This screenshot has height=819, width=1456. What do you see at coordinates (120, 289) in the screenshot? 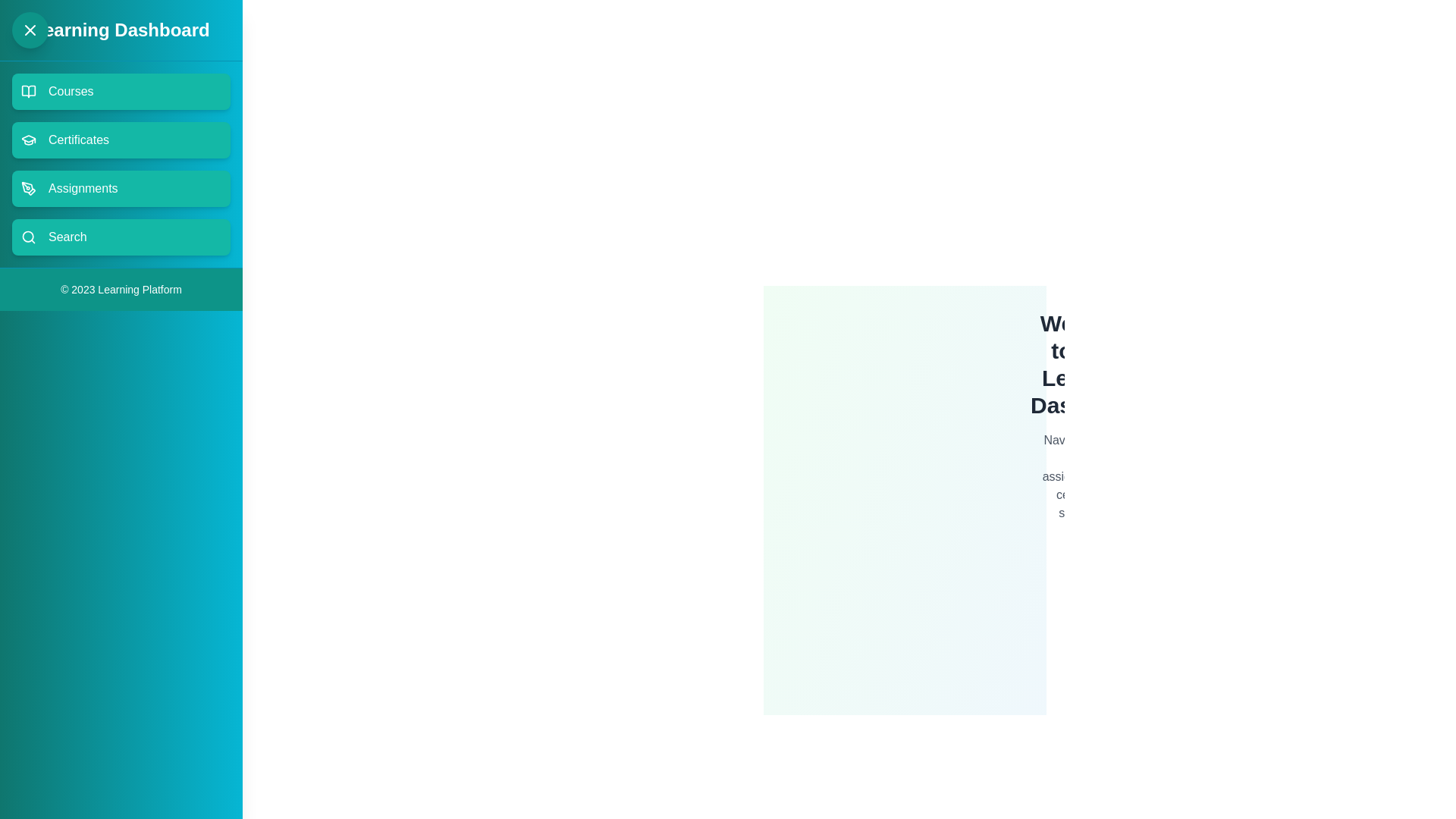
I see `the copyright information Text Label located at the bottom of the left-hand teal sidebar, which provides ownership and year details for the platform` at bounding box center [120, 289].